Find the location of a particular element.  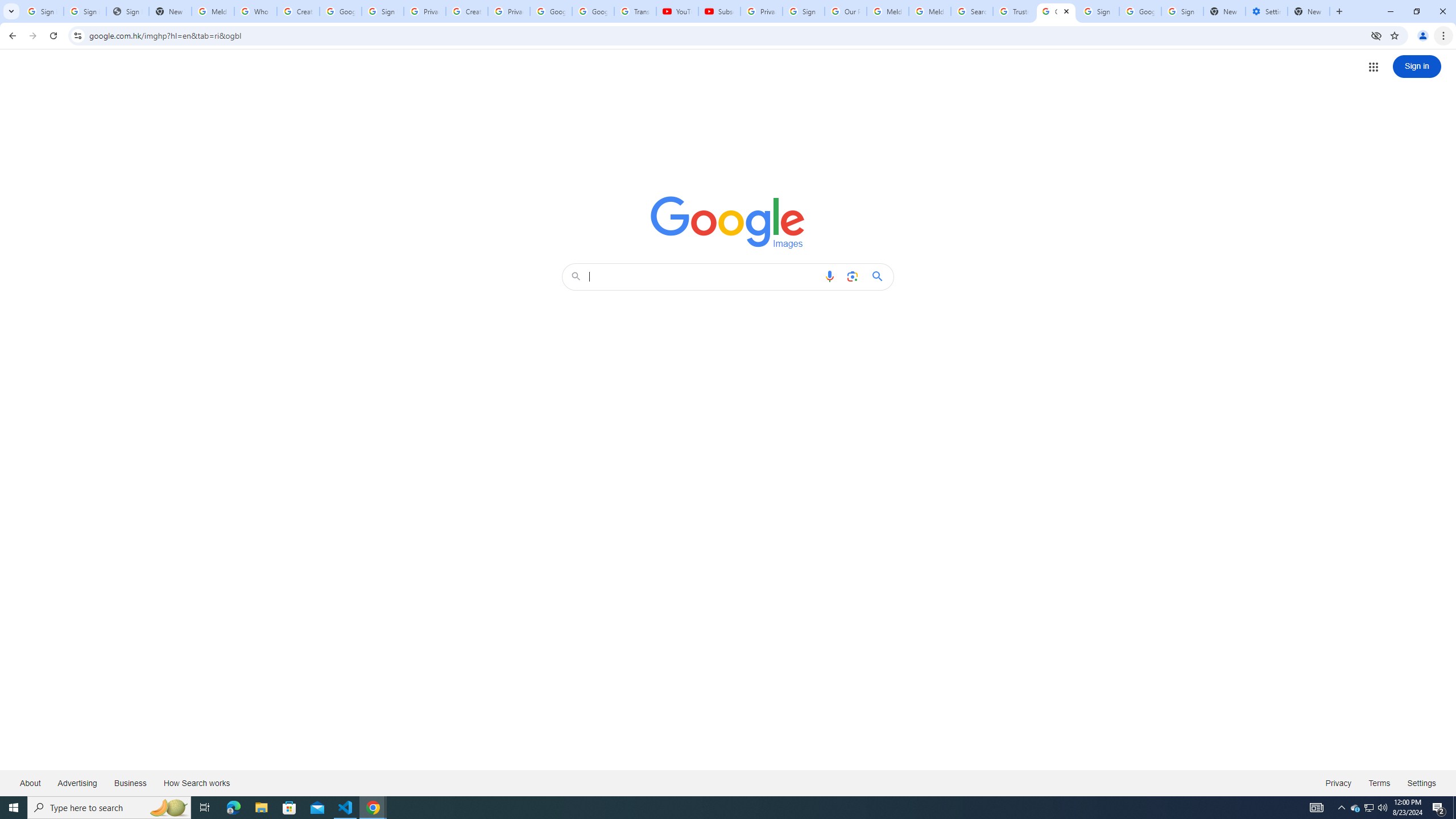

'Who is my administrator? - Google Account Help' is located at coordinates (255, 11).